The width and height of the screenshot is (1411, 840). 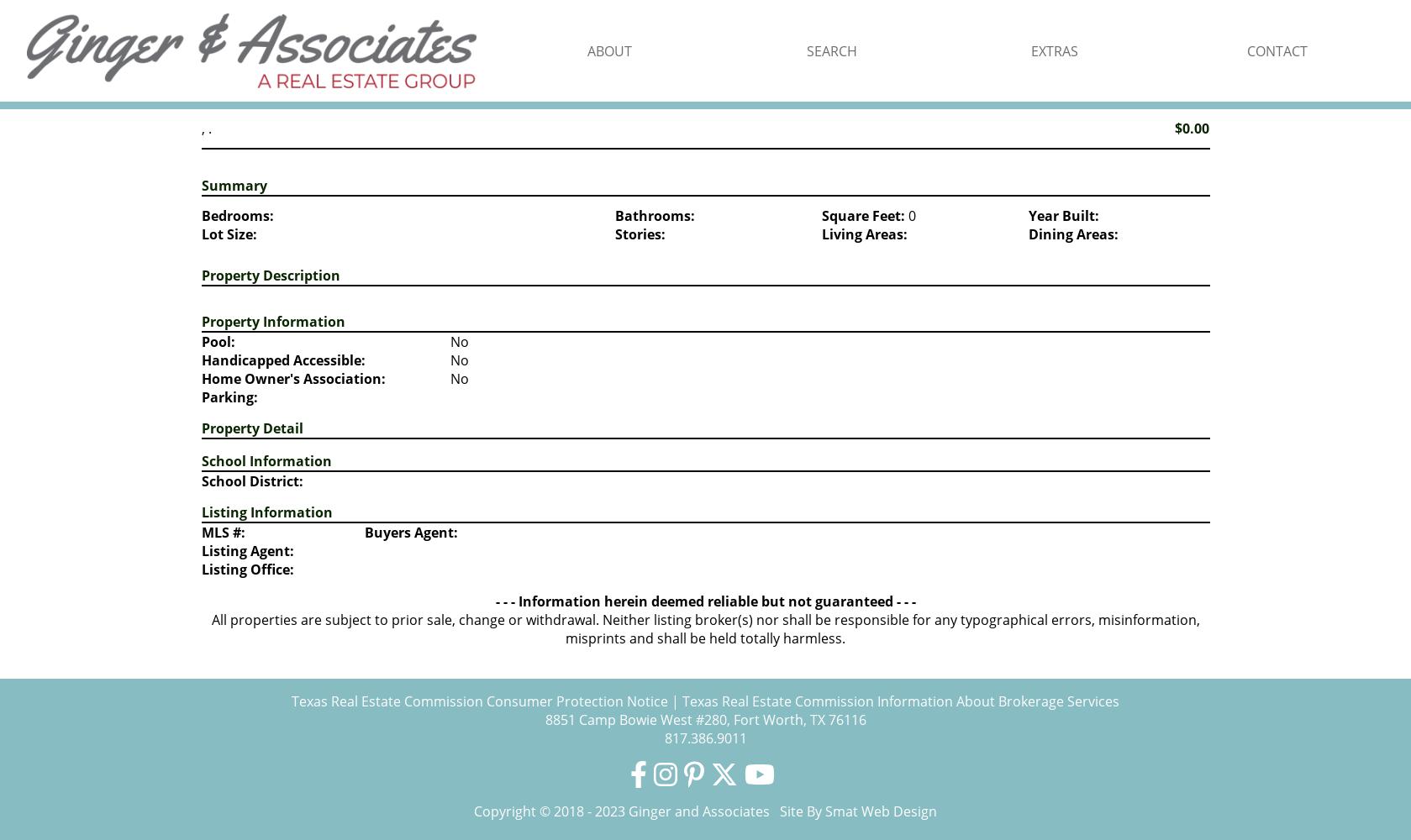 I want to click on '$0.00', so click(x=1173, y=129).